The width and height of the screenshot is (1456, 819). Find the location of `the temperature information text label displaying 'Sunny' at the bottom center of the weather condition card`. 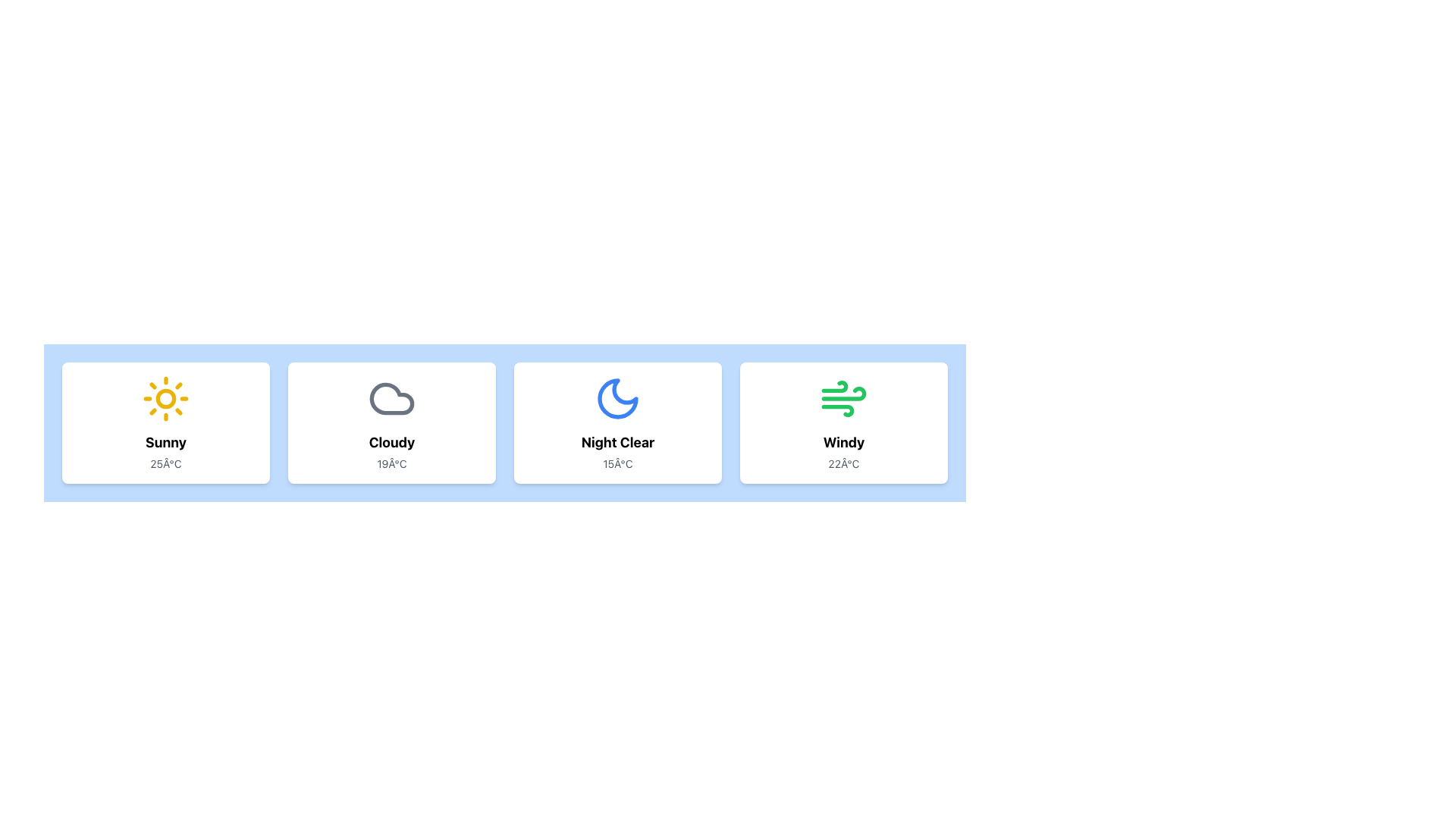

the temperature information text label displaying 'Sunny' at the bottom center of the weather condition card is located at coordinates (166, 463).